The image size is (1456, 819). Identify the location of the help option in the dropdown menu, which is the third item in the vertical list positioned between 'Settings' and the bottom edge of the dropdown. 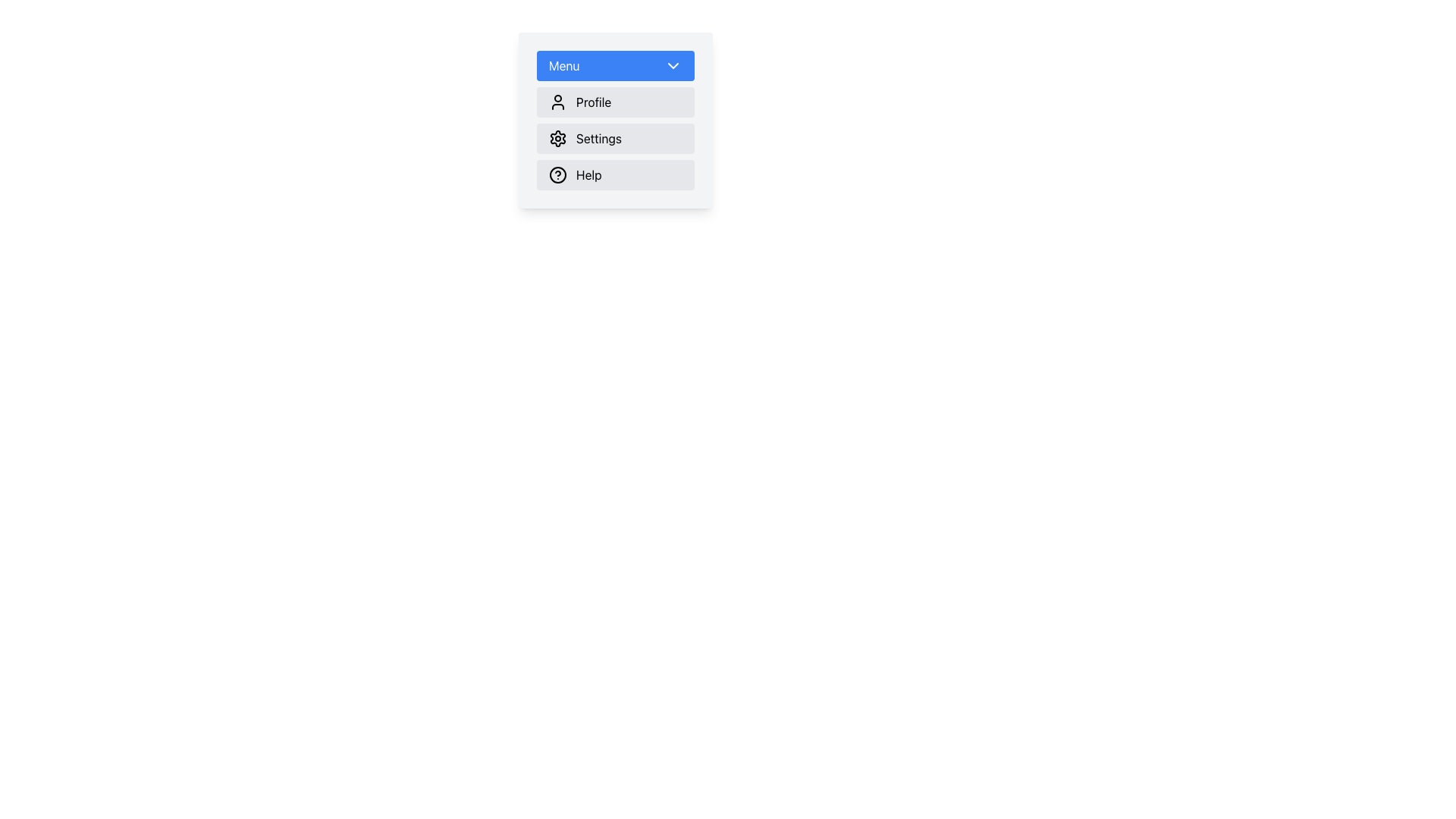
(615, 174).